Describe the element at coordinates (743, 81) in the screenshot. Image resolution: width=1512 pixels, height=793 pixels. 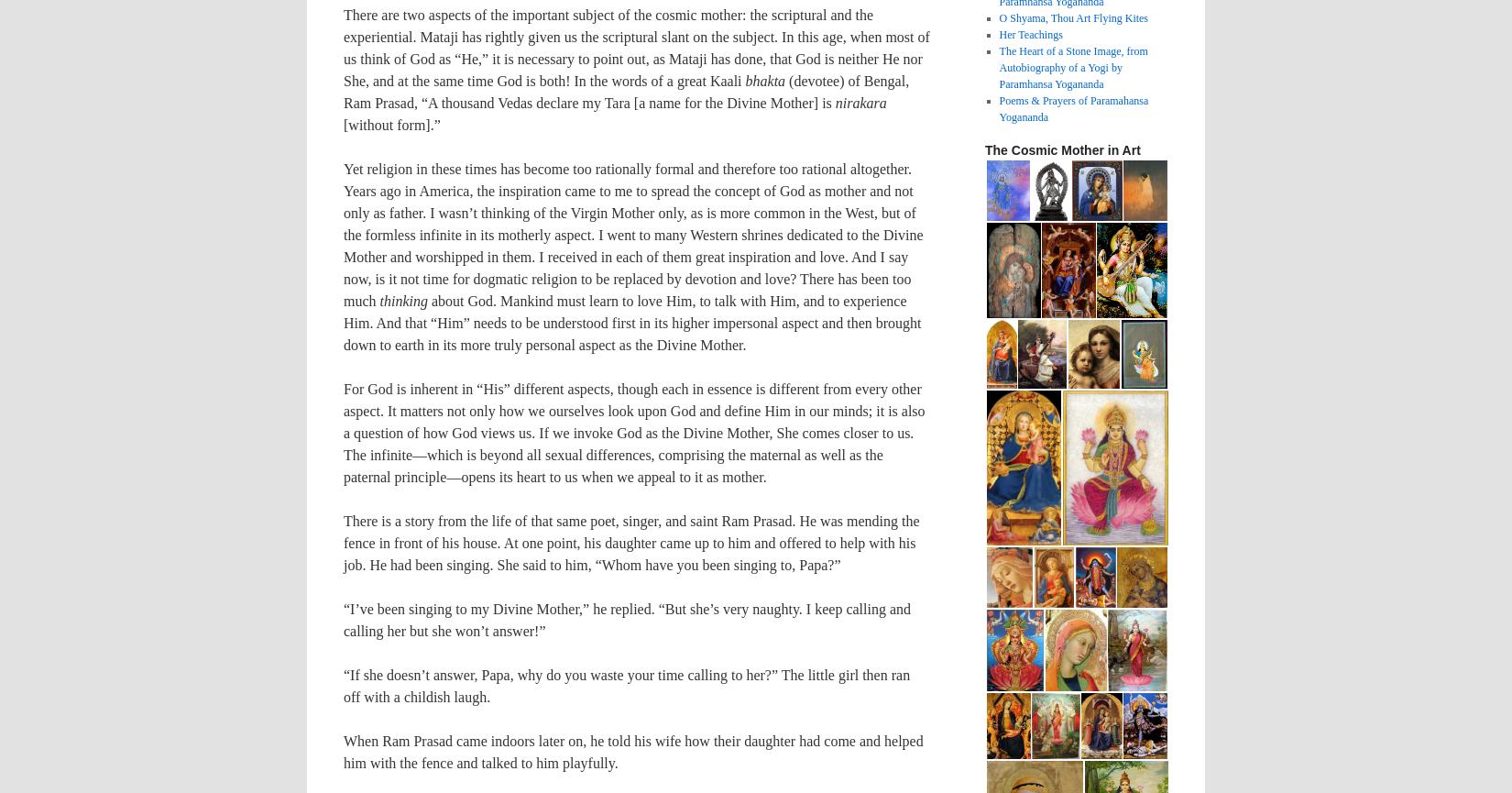
I see `'bhakta'` at that location.